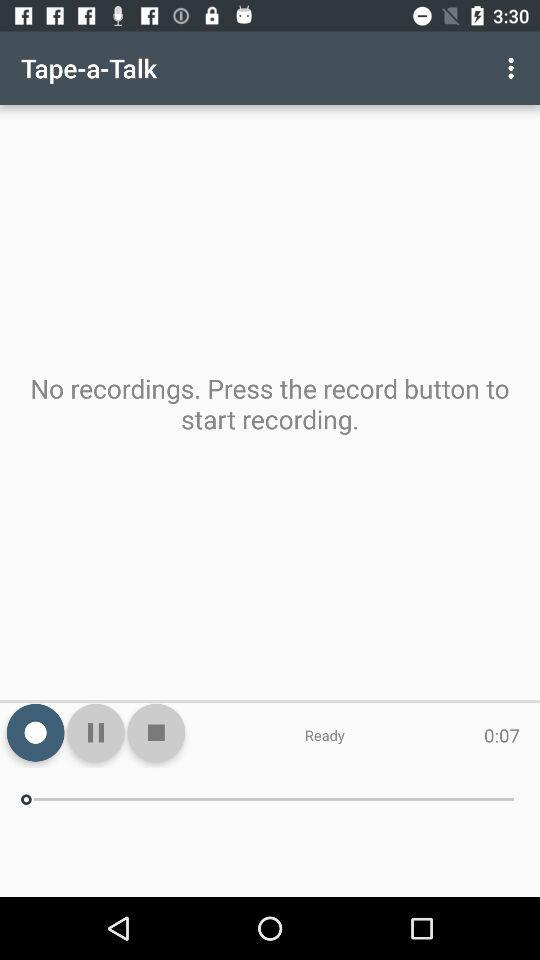 The width and height of the screenshot is (540, 960). I want to click on icon at the top right corner, so click(513, 68).